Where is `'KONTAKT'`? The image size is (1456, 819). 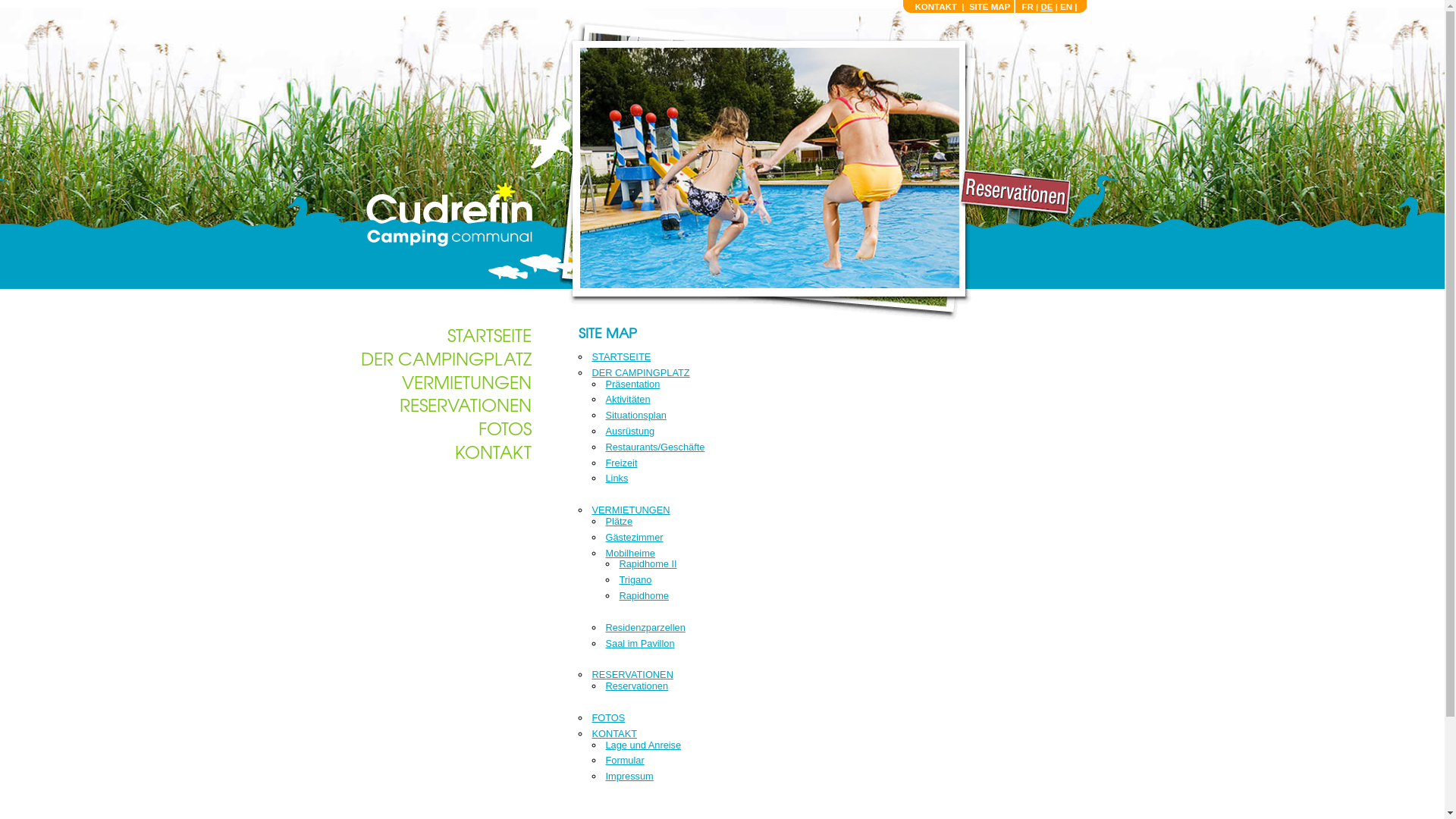
'KONTAKT' is located at coordinates (934, 6).